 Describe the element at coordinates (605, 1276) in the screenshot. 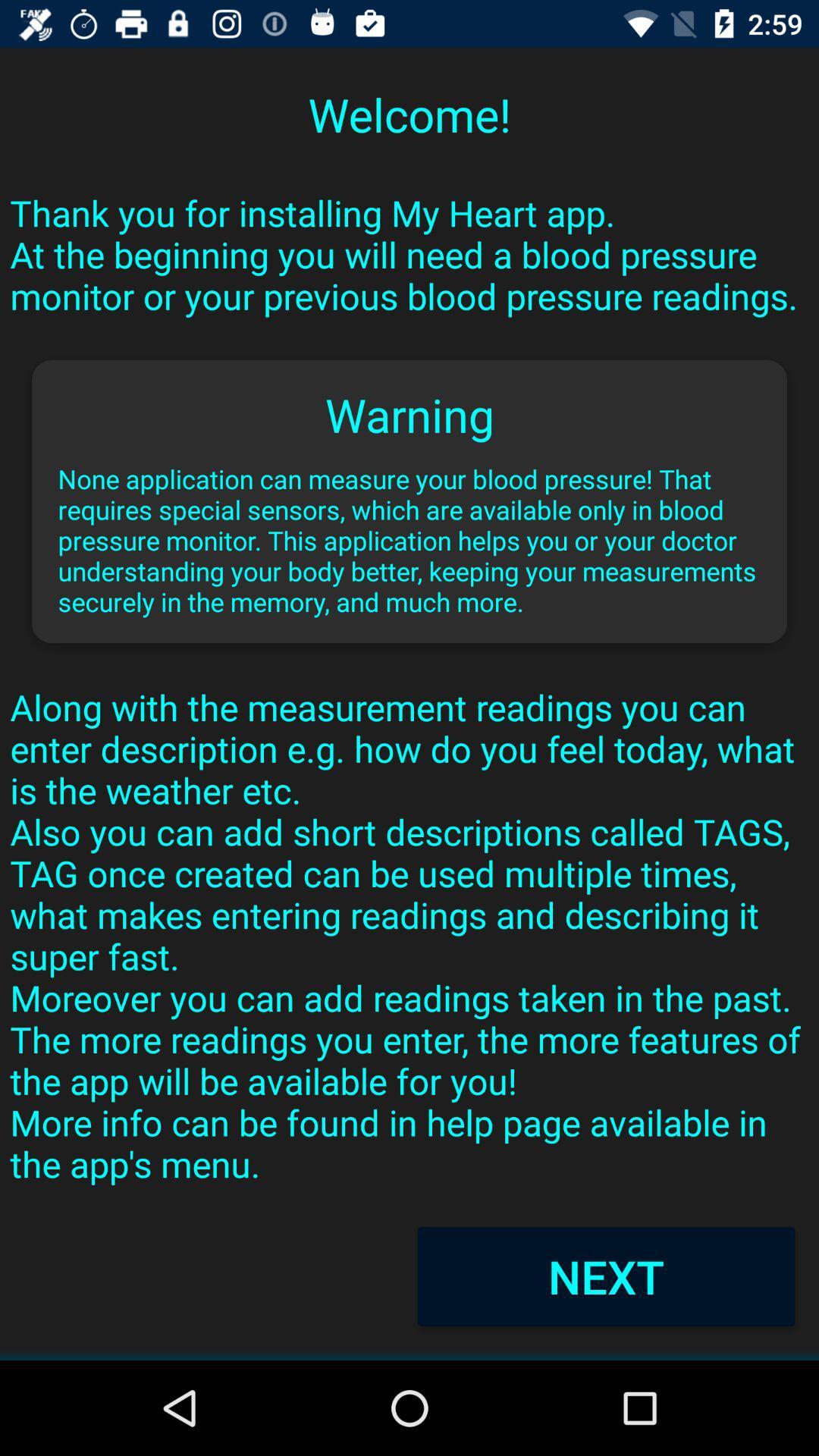

I see `the next item` at that location.